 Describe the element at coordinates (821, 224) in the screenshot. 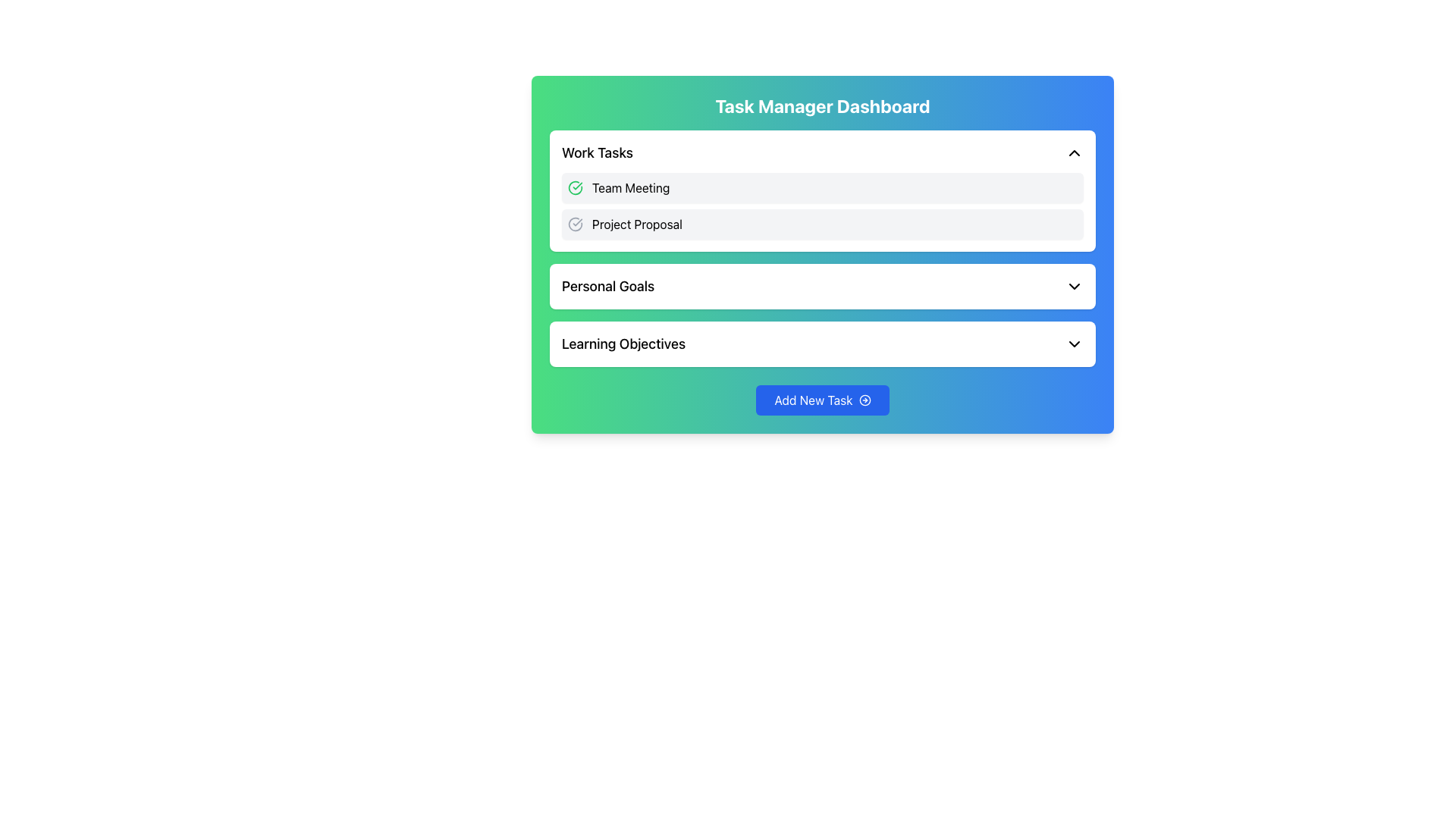

I see `the 'Project Proposal' task entry in the 'Work Tasks' section, which is the second item below 'Team Meeting'` at that location.